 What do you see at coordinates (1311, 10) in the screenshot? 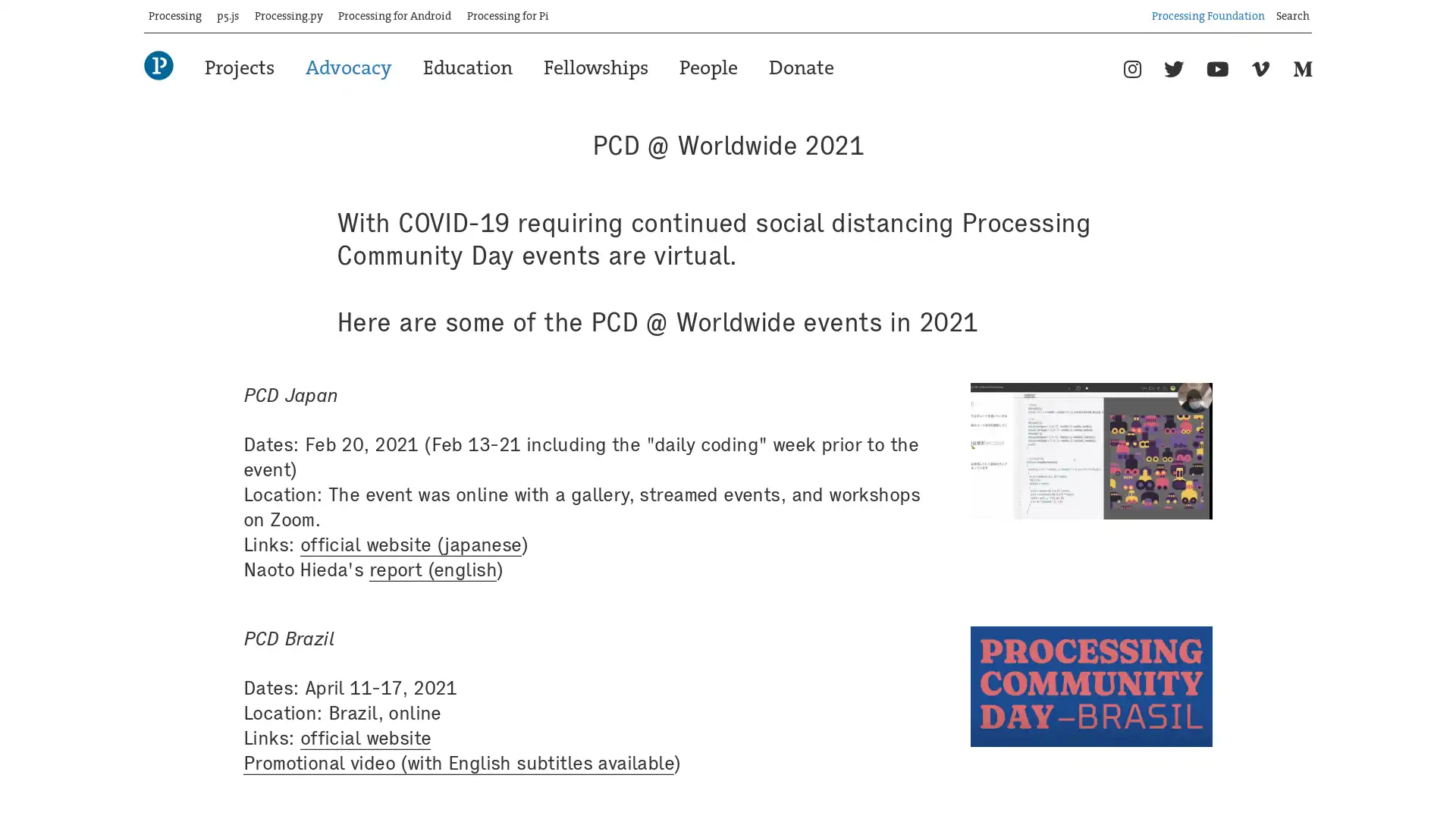
I see `Search` at bounding box center [1311, 10].